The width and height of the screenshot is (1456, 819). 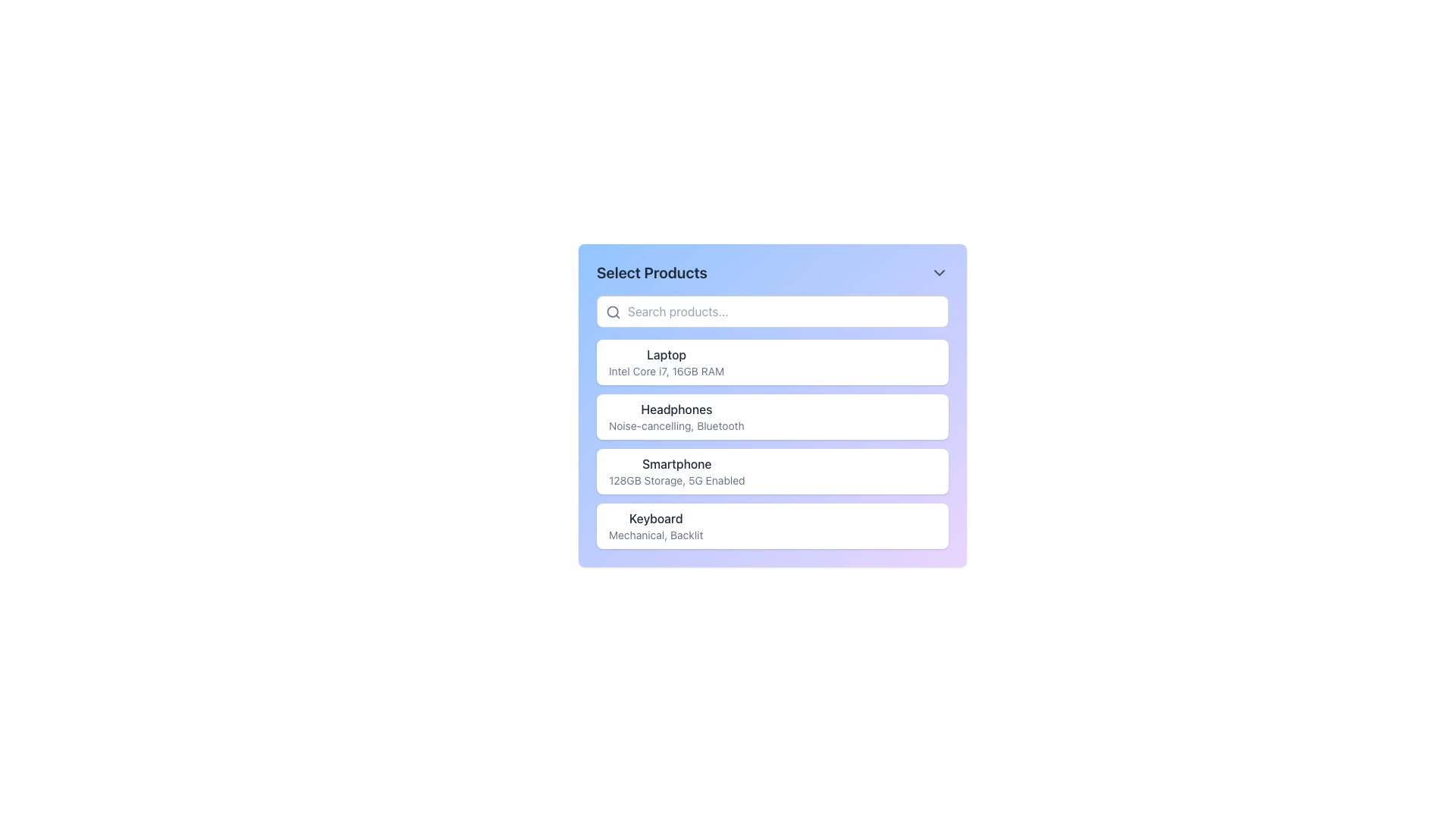 I want to click on the second item in the product selection list titled 'Select Products', so click(x=772, y=422).